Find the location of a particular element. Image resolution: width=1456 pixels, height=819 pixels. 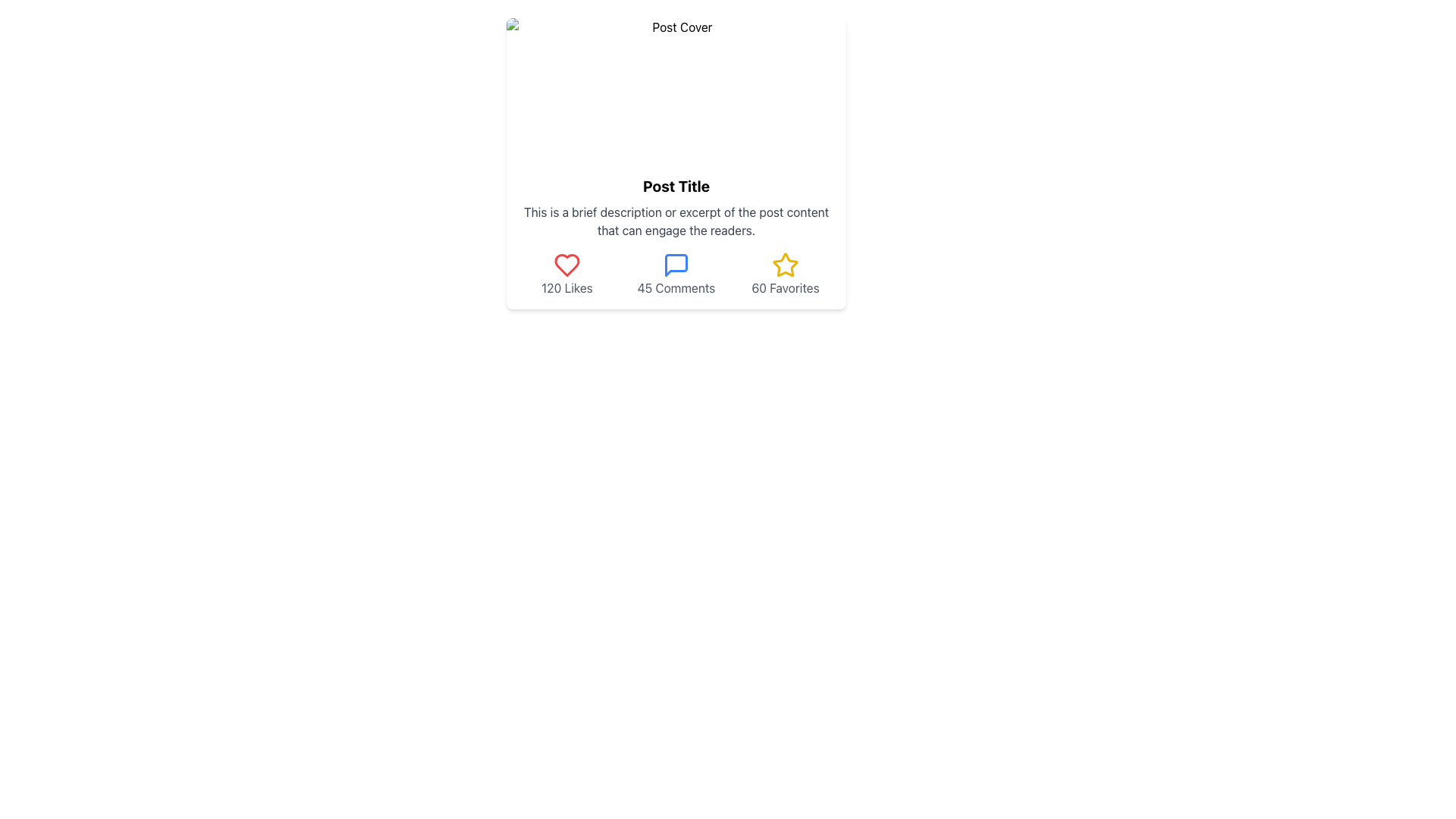

the star-shaped icon with a yellow fill and black outline located next to the '60 Favorites' text to interact with the favorites feature is located at coordinates (786, 265).